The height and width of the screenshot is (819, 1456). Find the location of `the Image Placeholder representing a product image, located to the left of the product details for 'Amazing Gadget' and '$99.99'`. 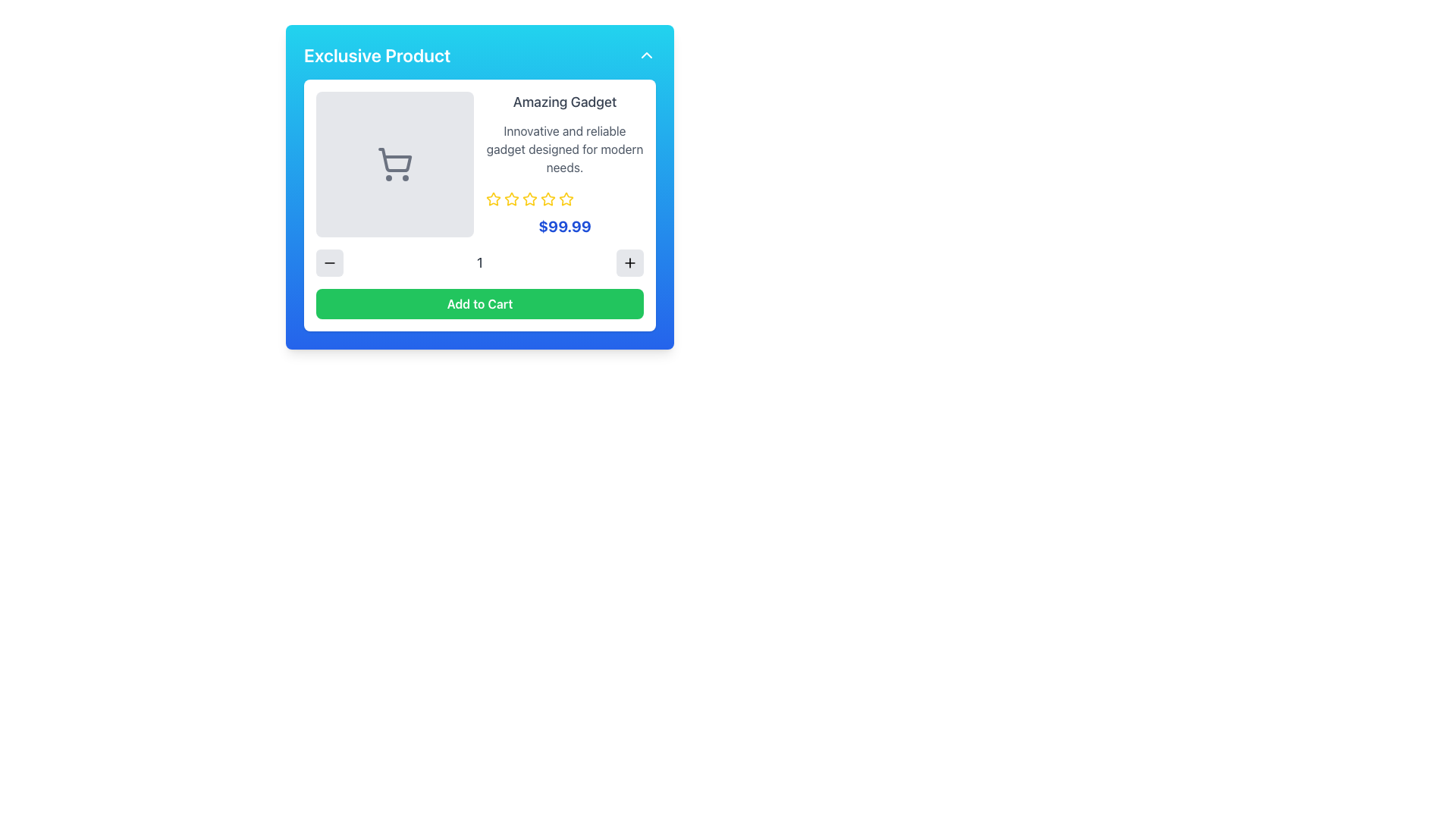

the Image Placeholder representing a product image, located to the left of the product details for 'Amazing Gadget' and '$99.99' is located at coordinates (395, 164).